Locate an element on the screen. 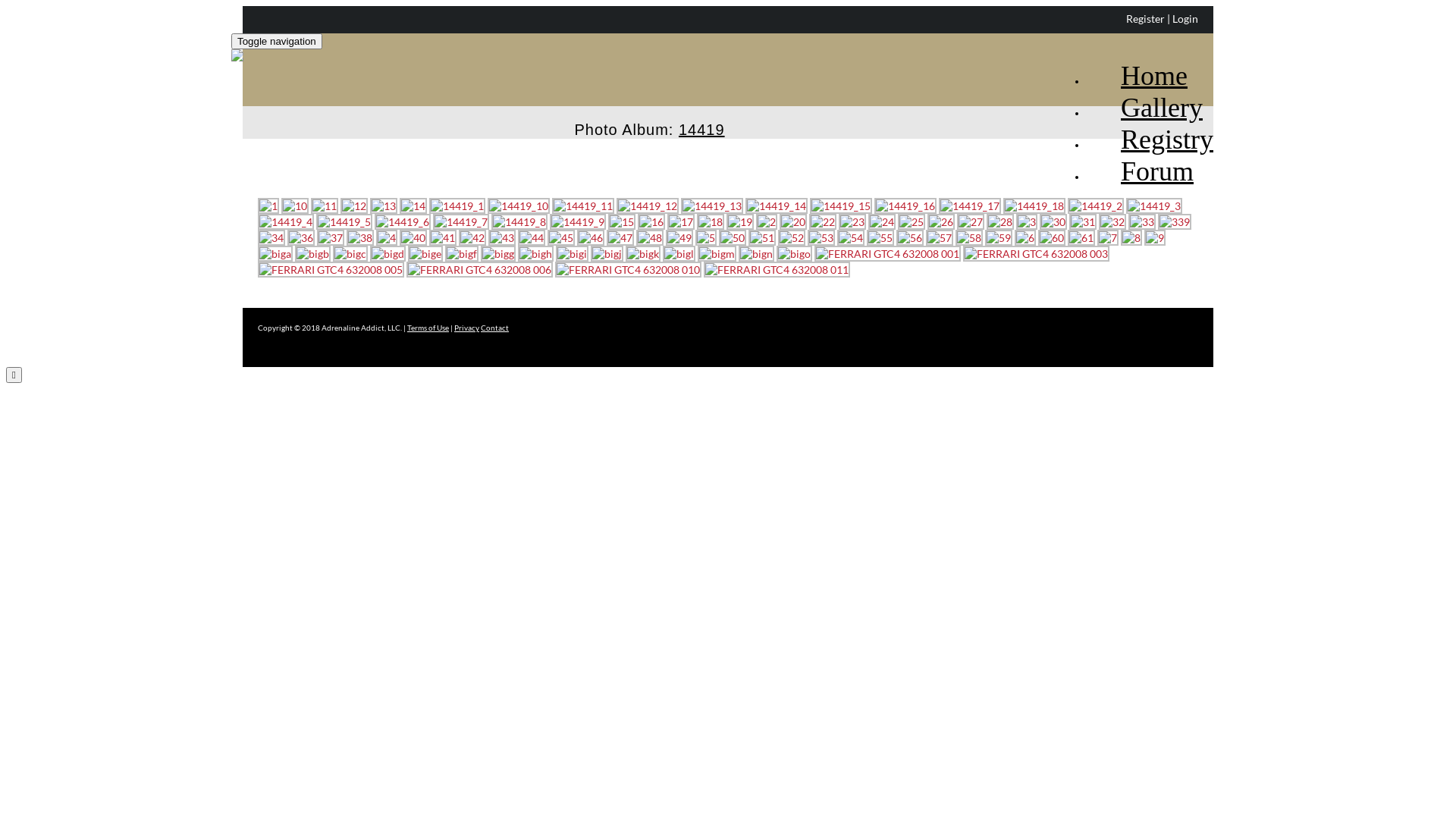  '2 (click to enlarge)' is located at coordinates (767, 221).